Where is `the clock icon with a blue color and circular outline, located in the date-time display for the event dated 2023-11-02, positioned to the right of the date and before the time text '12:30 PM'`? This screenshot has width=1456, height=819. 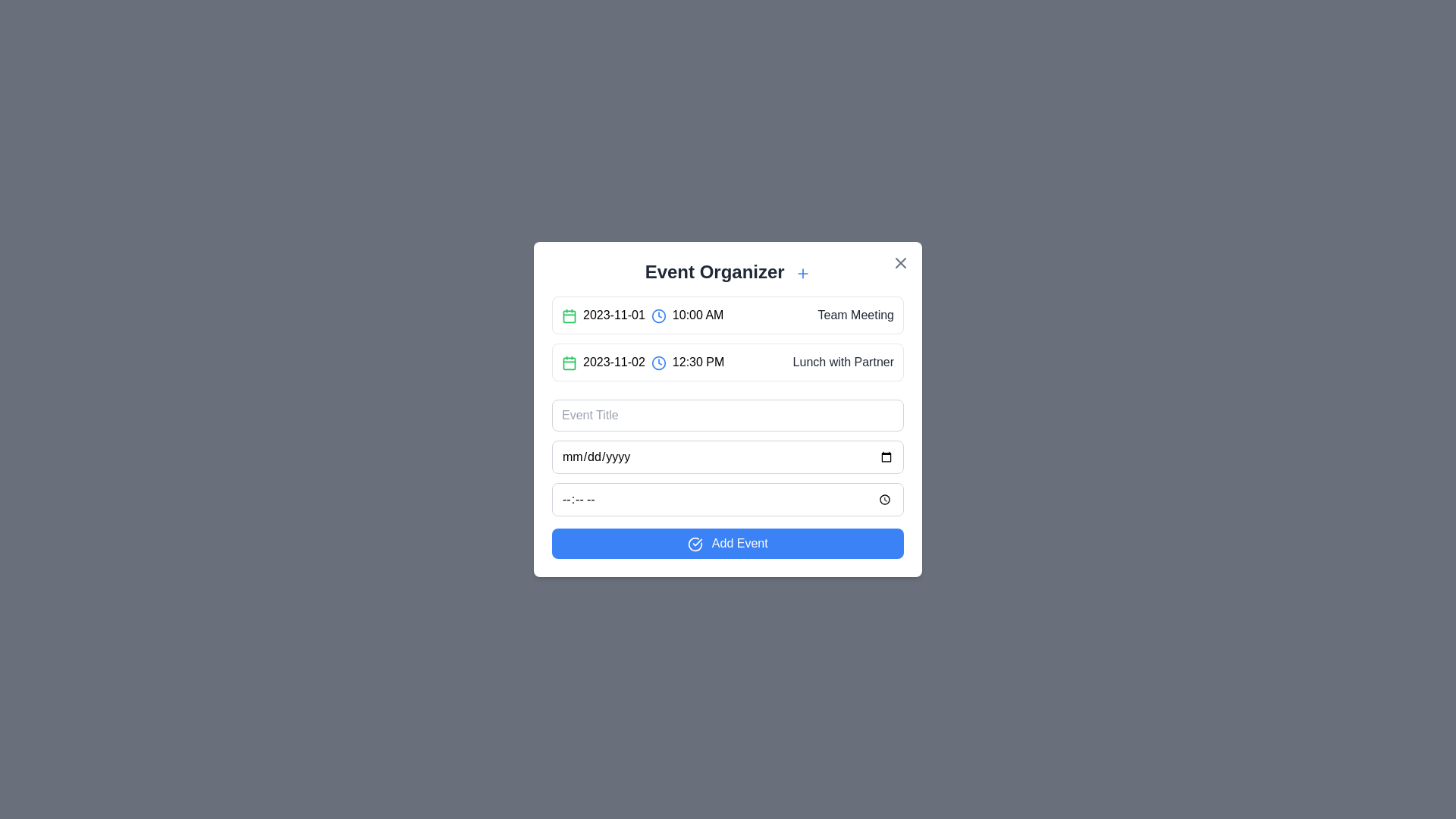
the clock icon with a blue color and circular outline, located in the date-time display for the event dated 2023-11-02, positioned to the right of the date and before the time text '12:30 PM' is located at coordinates (658, 362).